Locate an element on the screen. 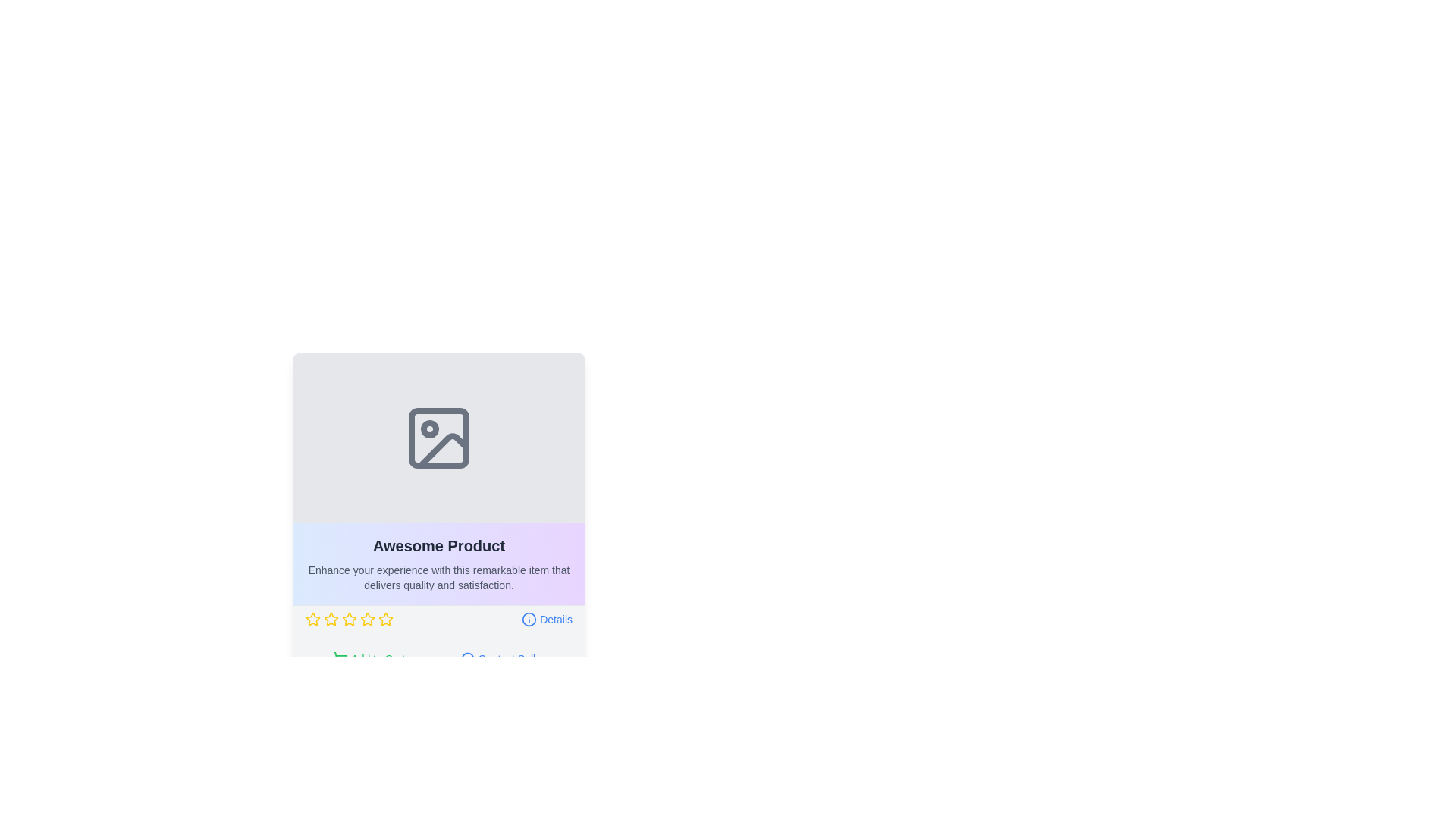 Image resolution: width=1456 pixels, height=819 pixels. the third star icon in the 5-star rating component to rate this level is located at coordinates (367, 619).